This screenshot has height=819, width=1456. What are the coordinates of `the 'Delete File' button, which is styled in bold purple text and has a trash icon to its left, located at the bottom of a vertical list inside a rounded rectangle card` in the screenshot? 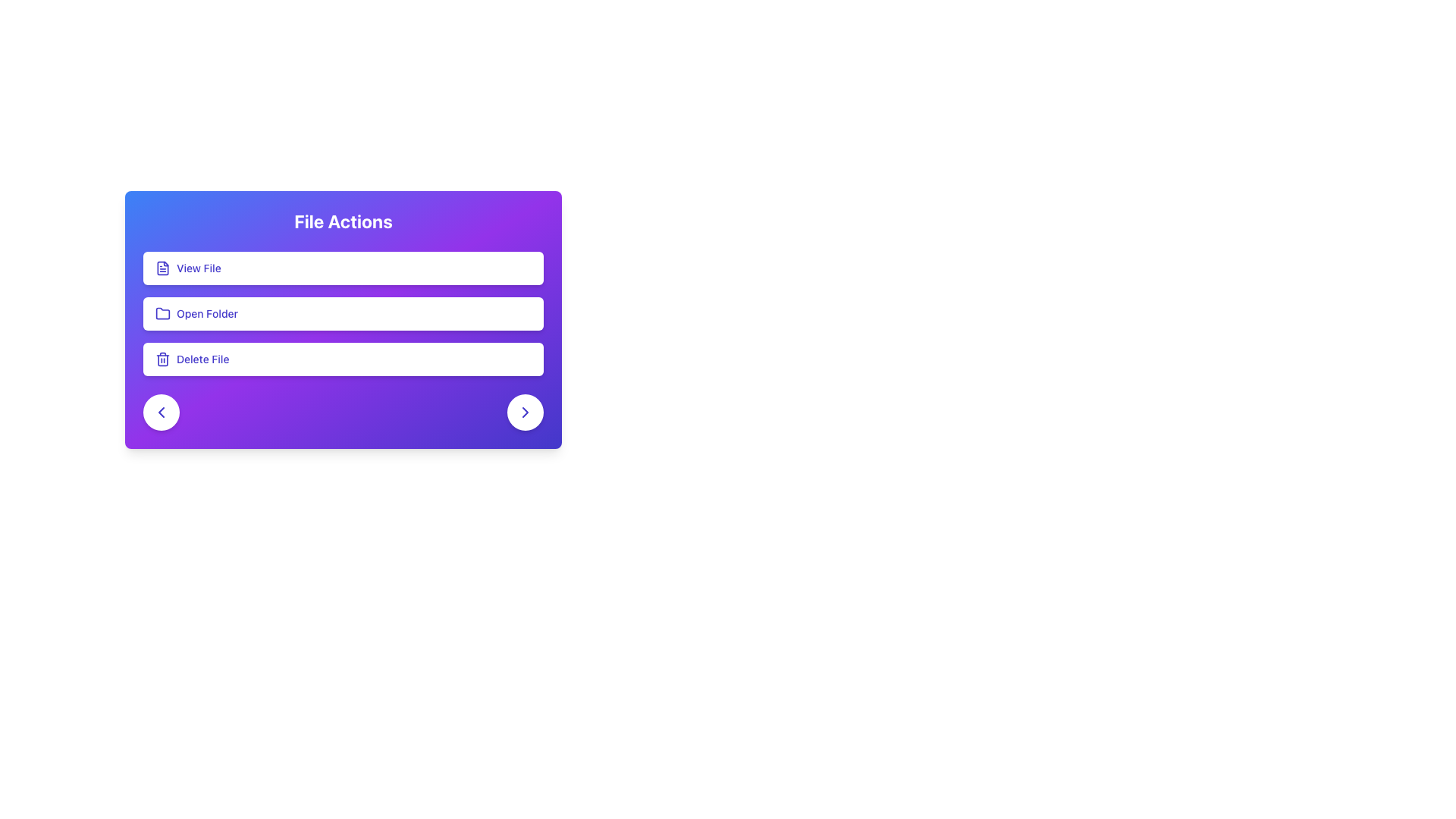 It's located at (191, 359).